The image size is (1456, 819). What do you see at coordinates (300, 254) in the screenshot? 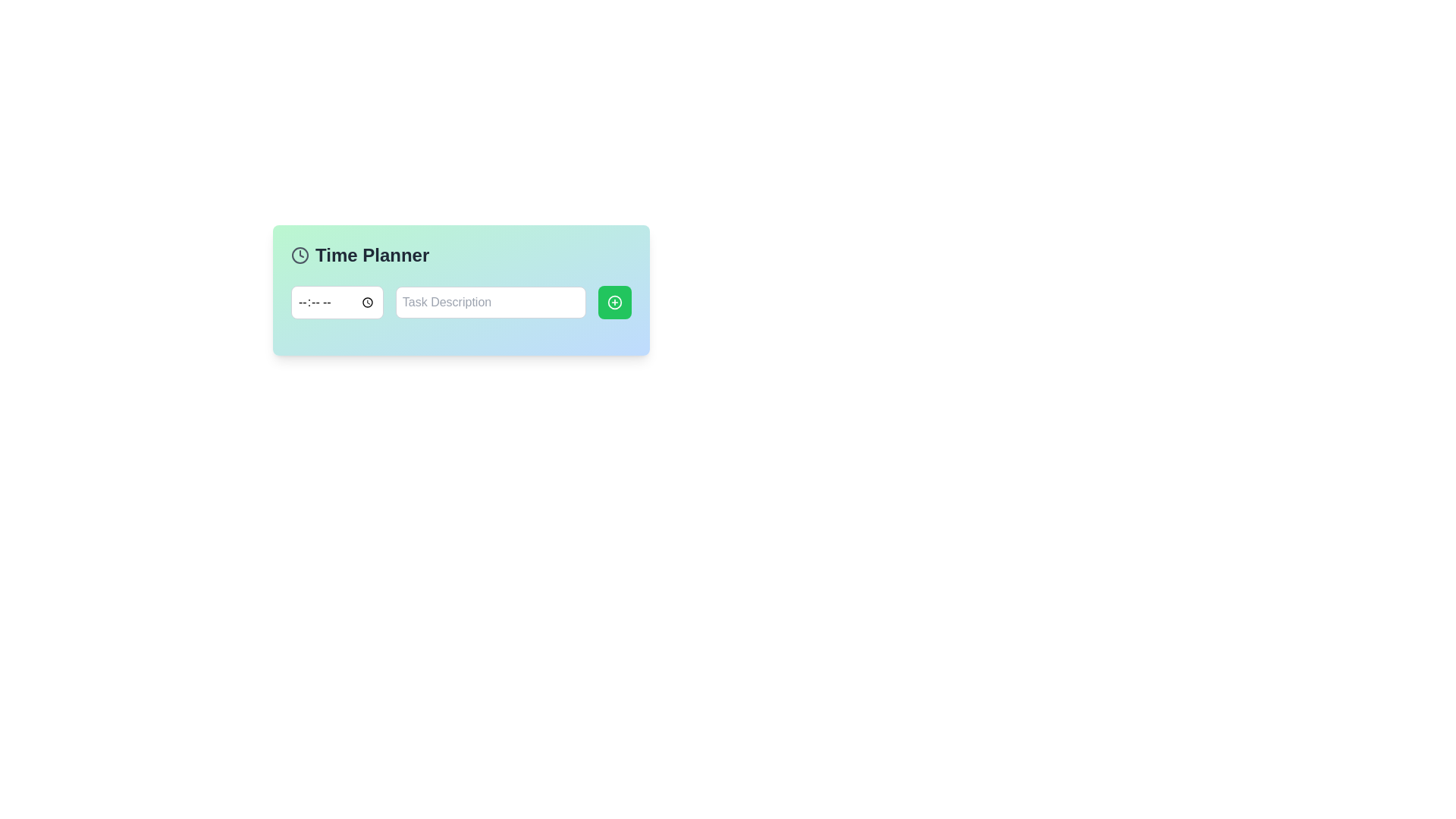
I see `the time-related icon located in the upper-left corner of the 'Time Planner' section by moving the cursor to it` at bounding box center [300, 254].